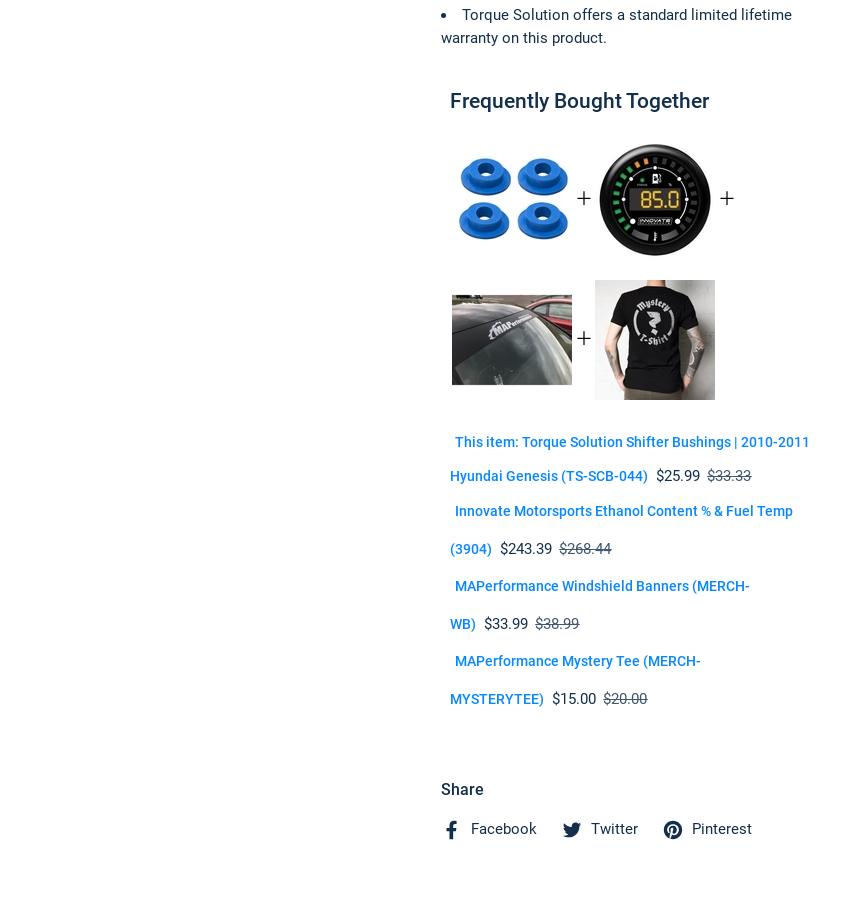 The image size is (850, 918). Describe the element at coordinates (523, 546) in the screenshot. I see `'$243.39'` at that location.